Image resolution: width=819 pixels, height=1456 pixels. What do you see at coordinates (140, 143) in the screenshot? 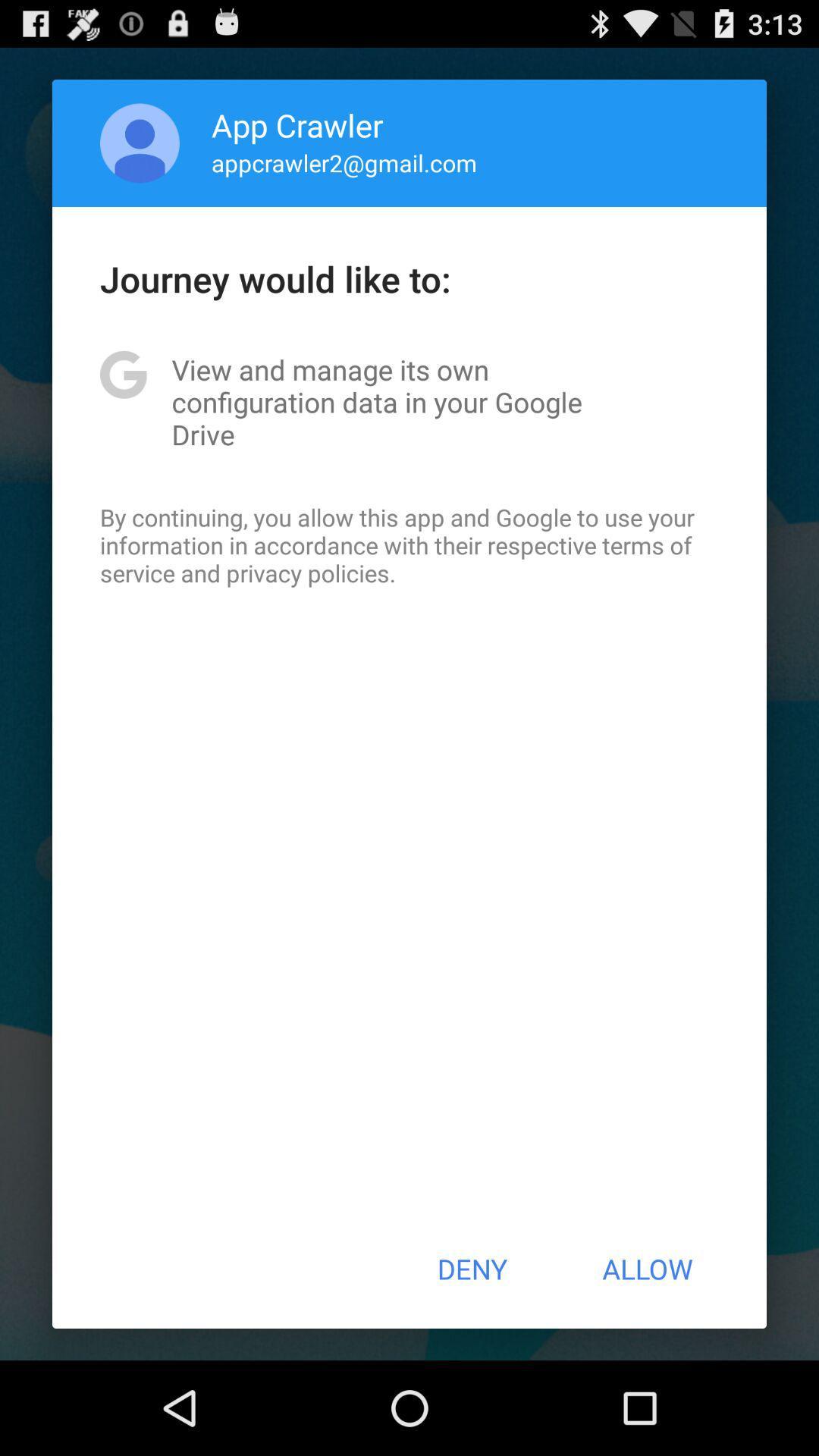
I see `app next to the app crawler` at bounding box center [140, 143].